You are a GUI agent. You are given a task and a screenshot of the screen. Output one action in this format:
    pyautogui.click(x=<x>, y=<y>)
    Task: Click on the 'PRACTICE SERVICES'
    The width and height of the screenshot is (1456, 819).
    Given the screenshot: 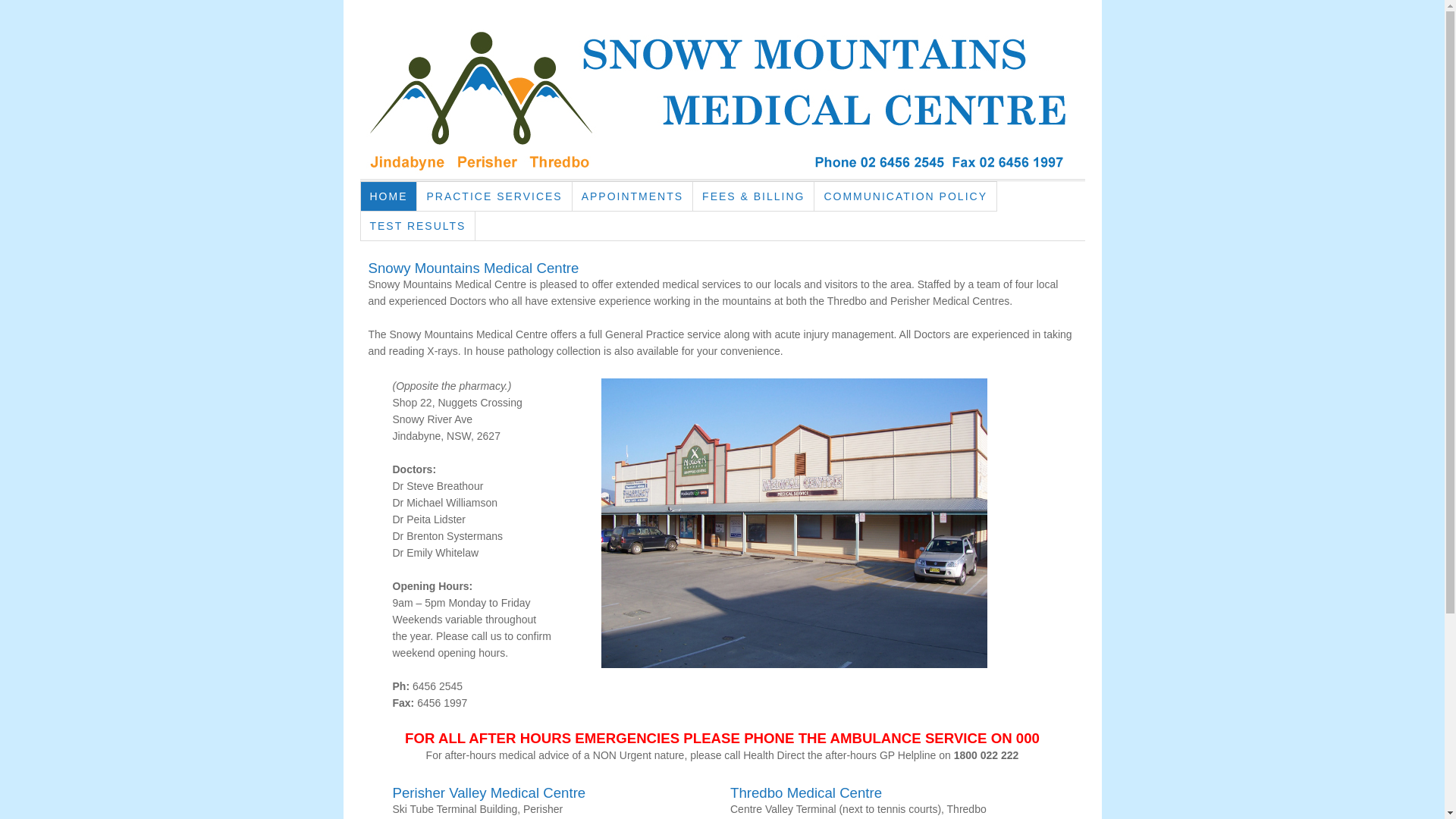 What is the action you would take?
    pyautogui.click(x=494, y=195)
    